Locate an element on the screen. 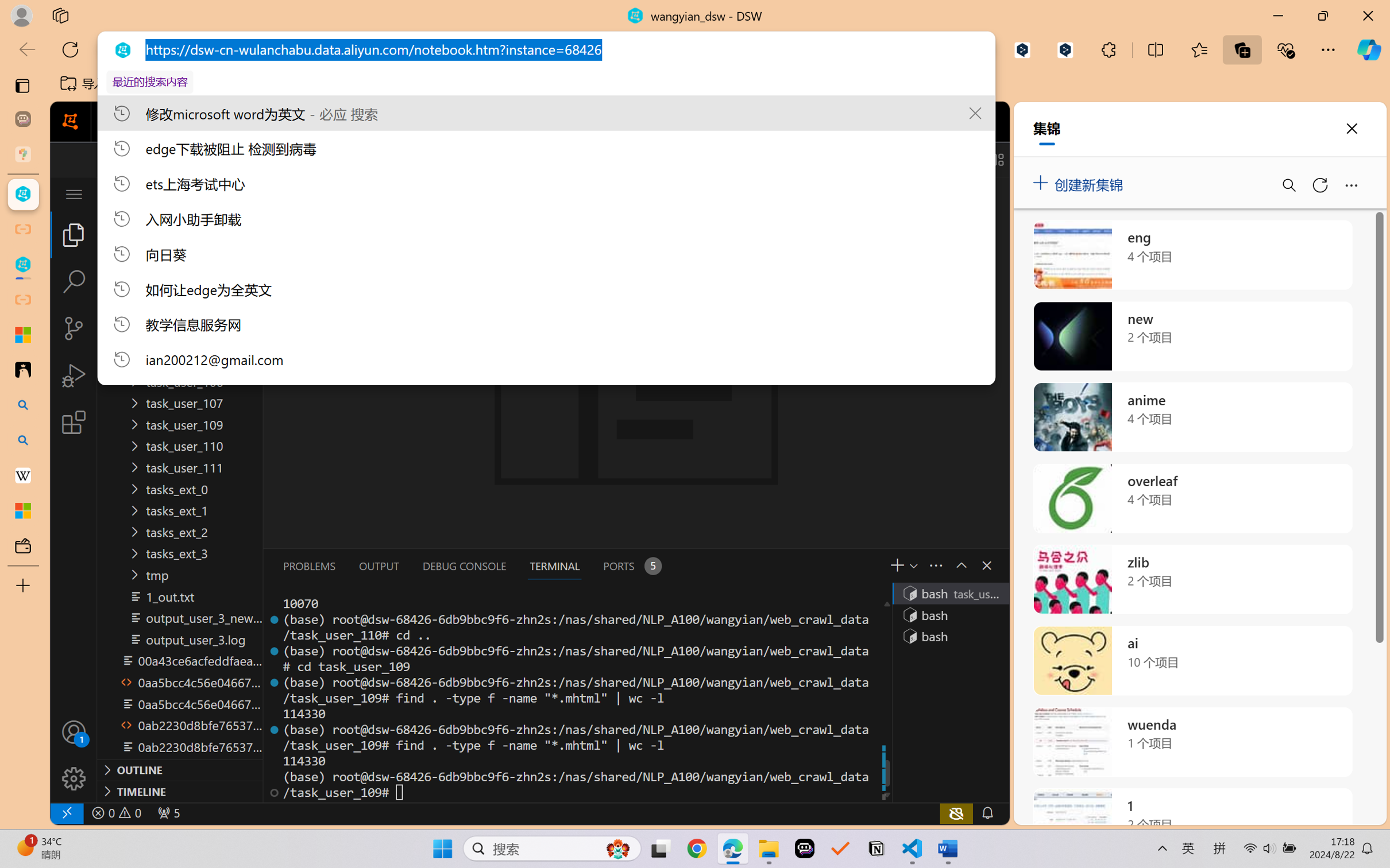  'Terminal 2 bash' is located at coordinates (949, 614).